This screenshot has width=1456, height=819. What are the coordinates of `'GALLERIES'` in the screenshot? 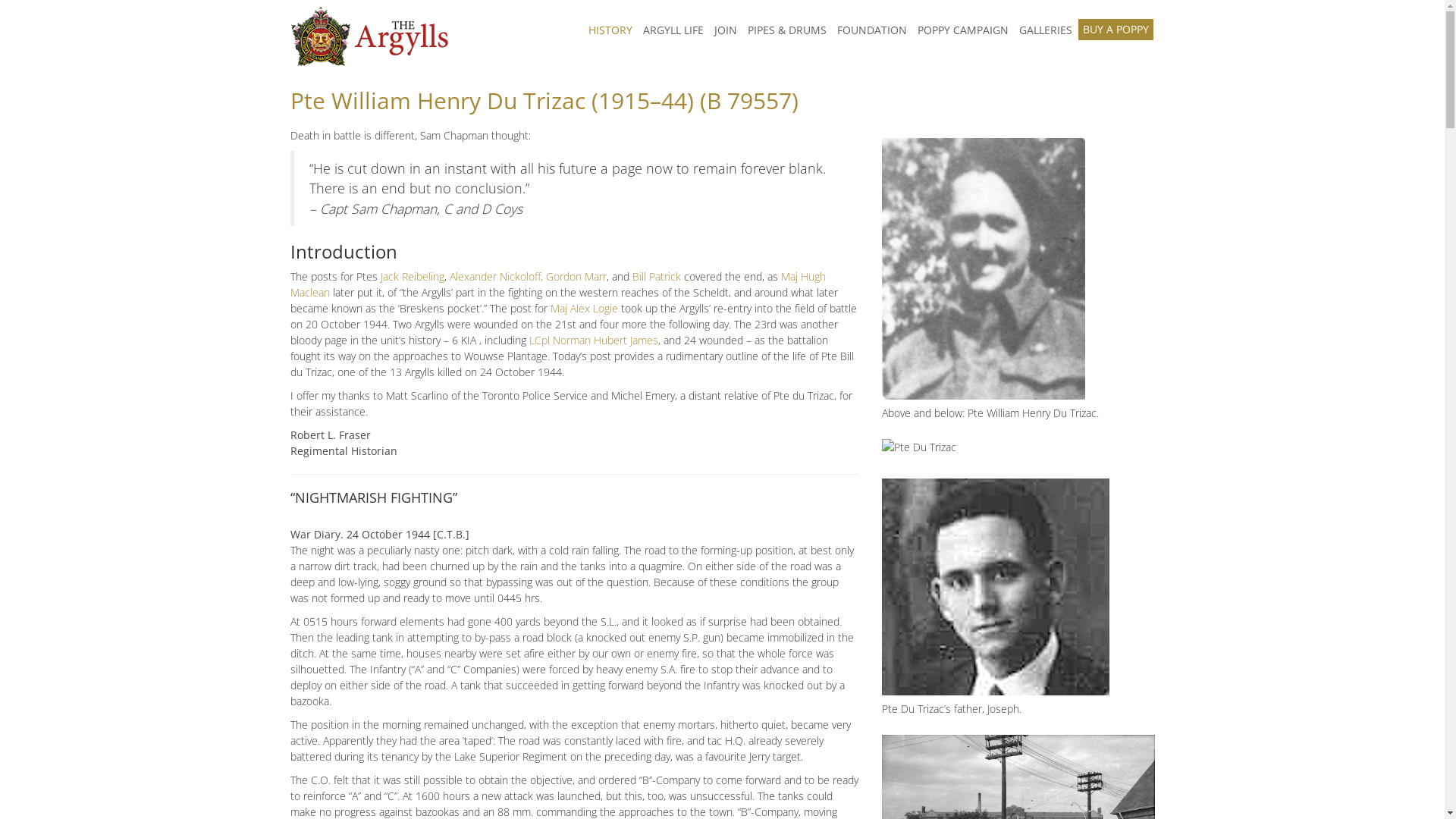 It's located at (1043, 30).